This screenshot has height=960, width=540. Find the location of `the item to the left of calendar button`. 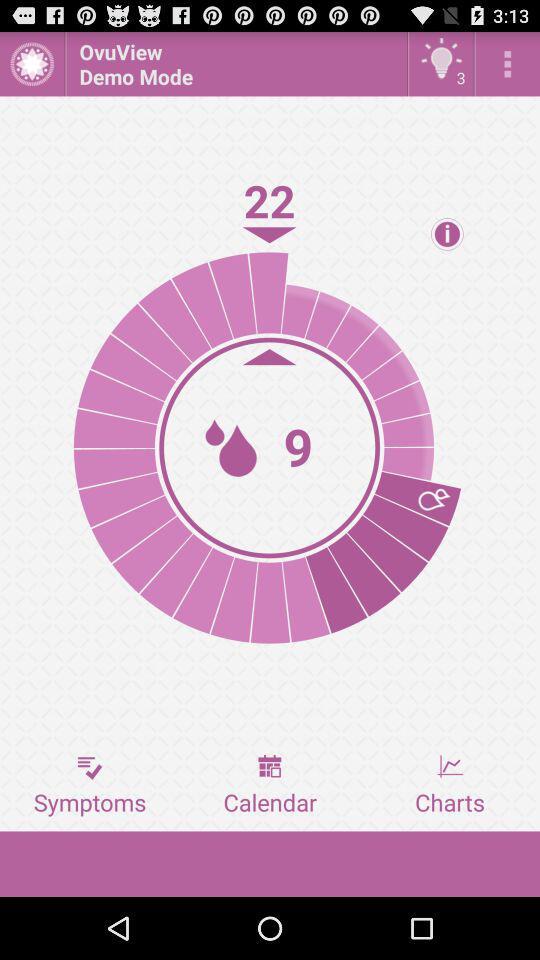

the item to the left of calendar button is located at coordinates (89, 785).